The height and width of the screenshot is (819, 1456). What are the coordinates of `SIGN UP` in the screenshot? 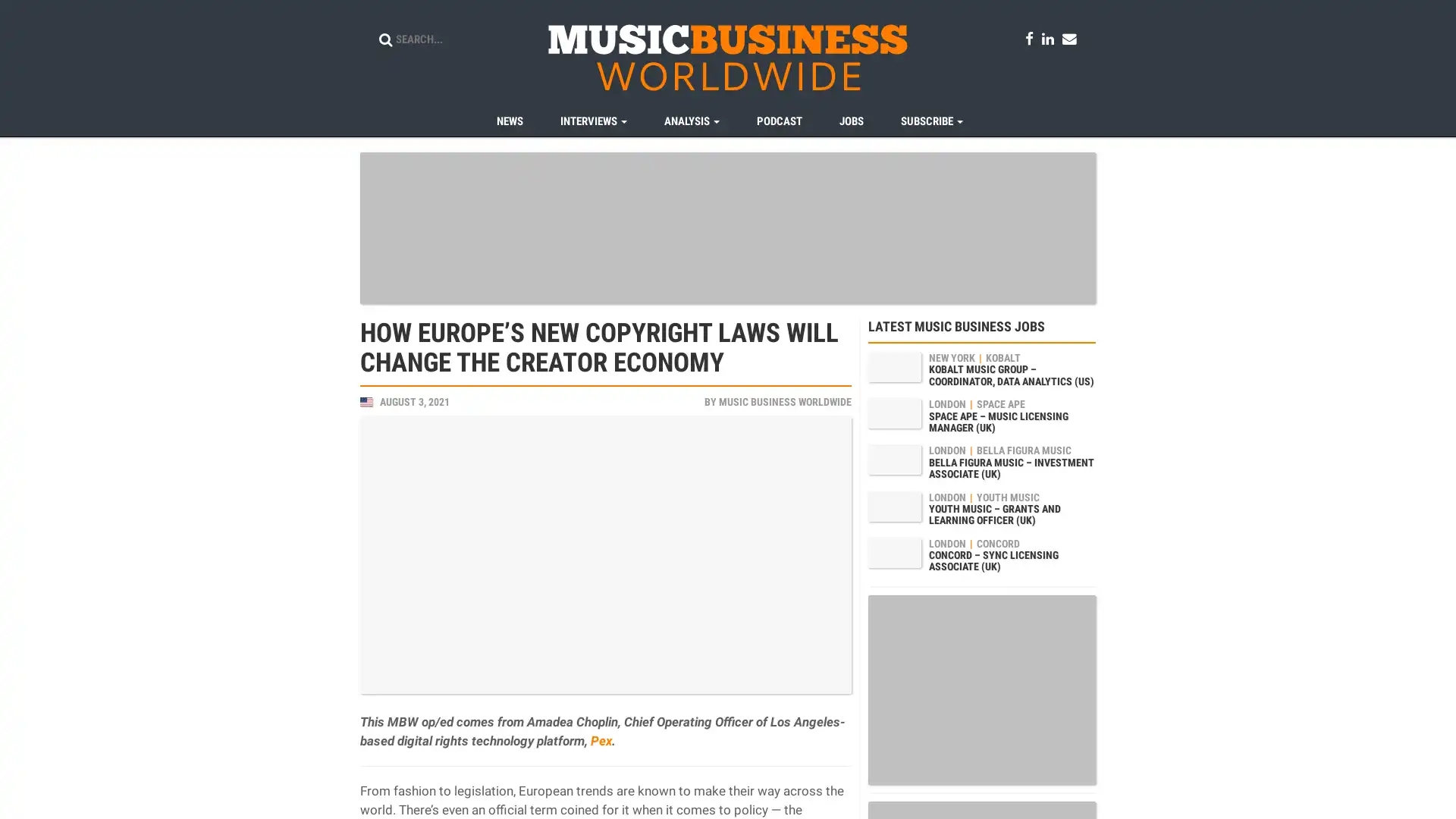 It's located at (686, 476).